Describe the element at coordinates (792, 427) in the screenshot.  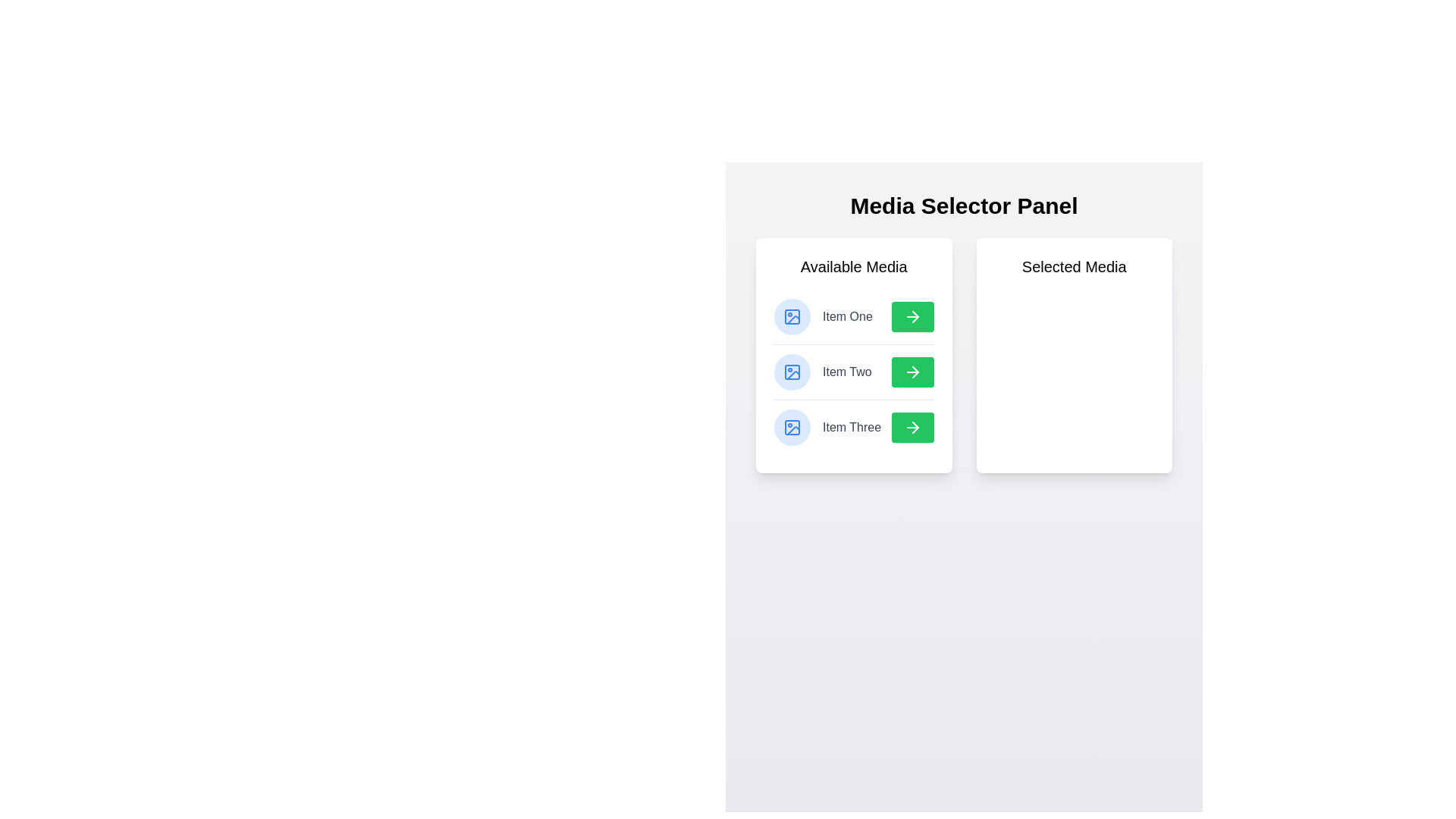
I see `the SVG icon with a blue-tinted circular background that represents an image placeholder, located in the 'Available Media' section under 'Item Three'` at that location.